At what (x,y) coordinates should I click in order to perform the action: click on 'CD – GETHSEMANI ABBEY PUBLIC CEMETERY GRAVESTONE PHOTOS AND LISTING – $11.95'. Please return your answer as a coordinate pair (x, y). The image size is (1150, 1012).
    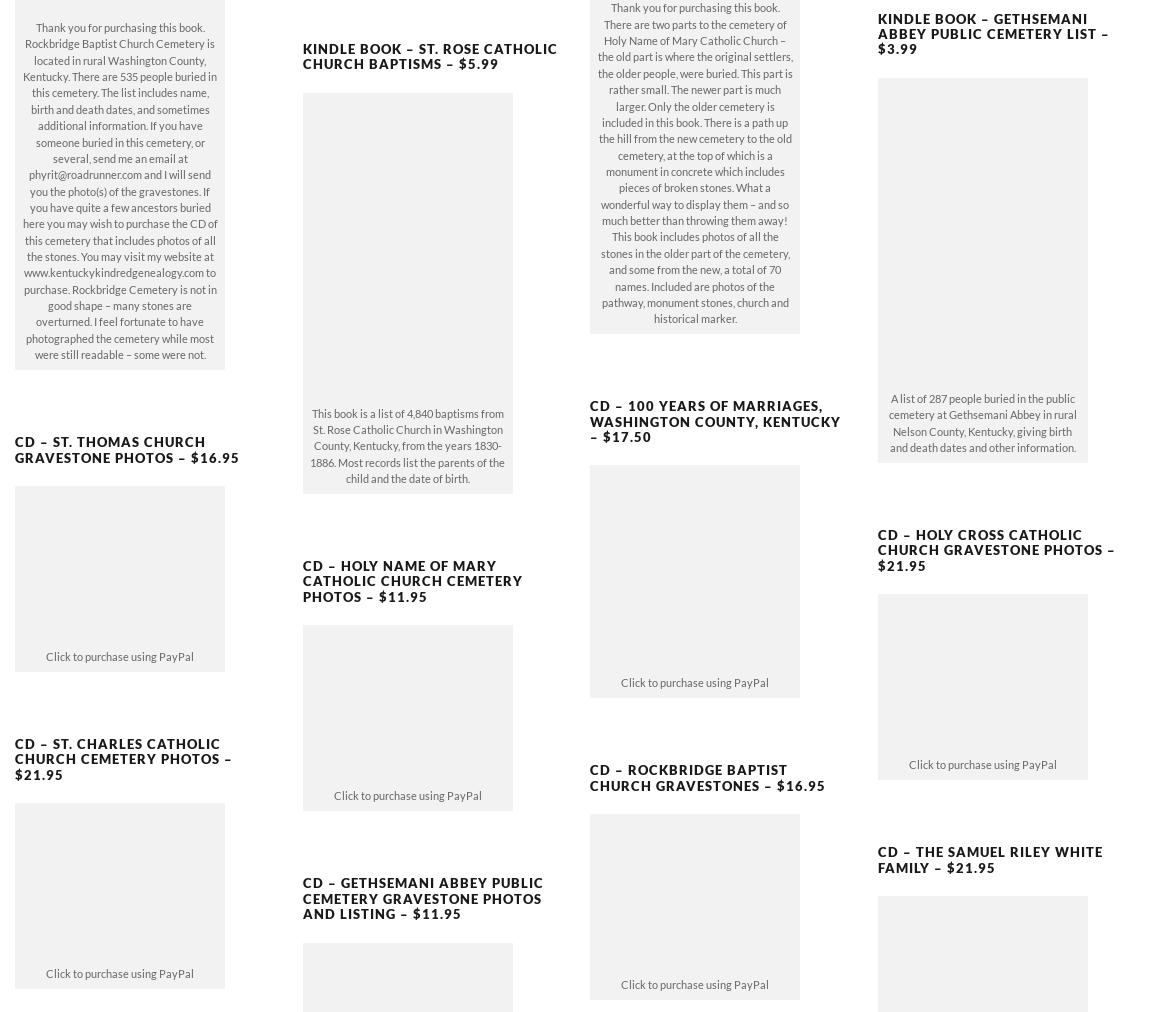
    Looking at the image, I should click on (422, 864).